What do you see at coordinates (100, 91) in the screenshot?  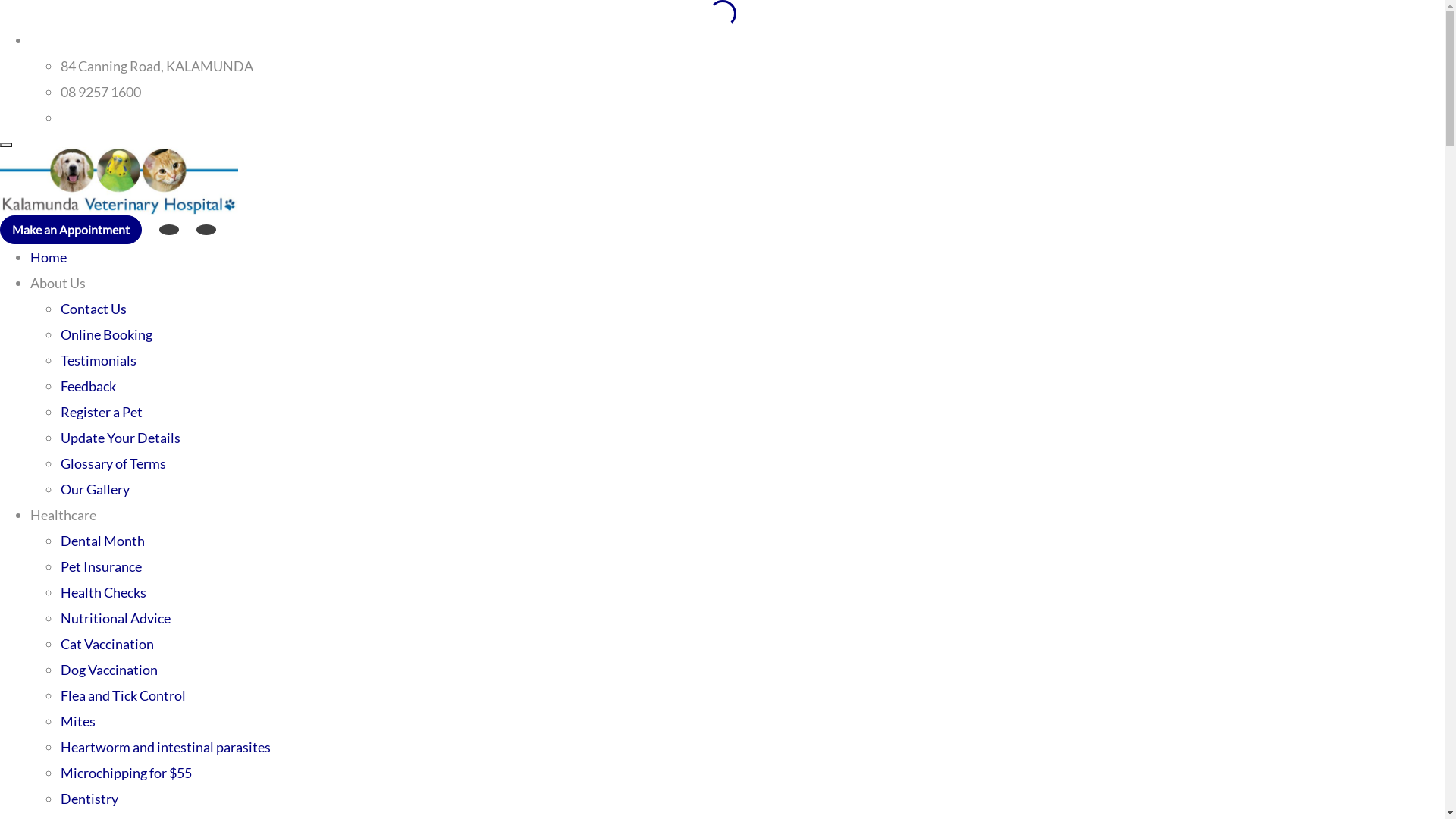 I see `'08 9257 1600'` at bounding box center [100, 91].